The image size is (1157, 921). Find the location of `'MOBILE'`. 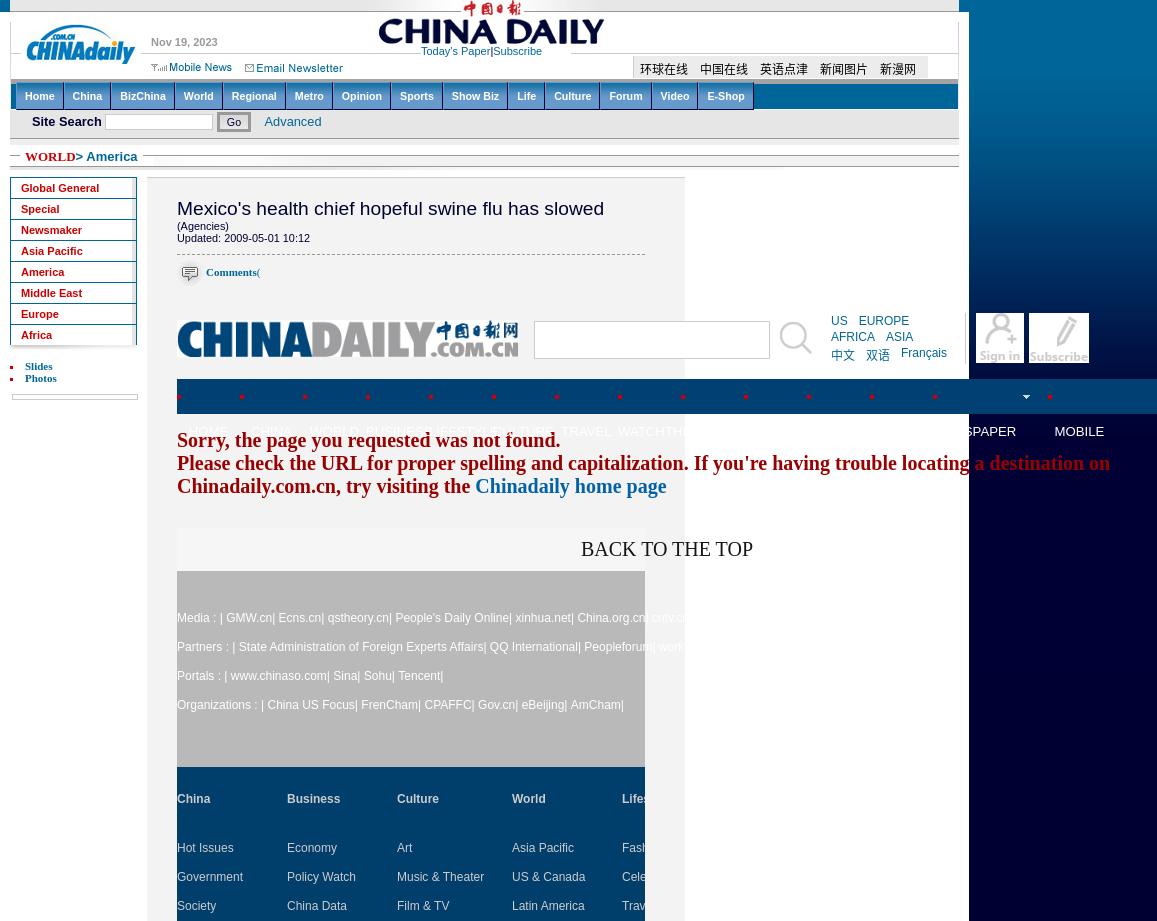

'MOBILE' is located at coordinates (1078, 431).